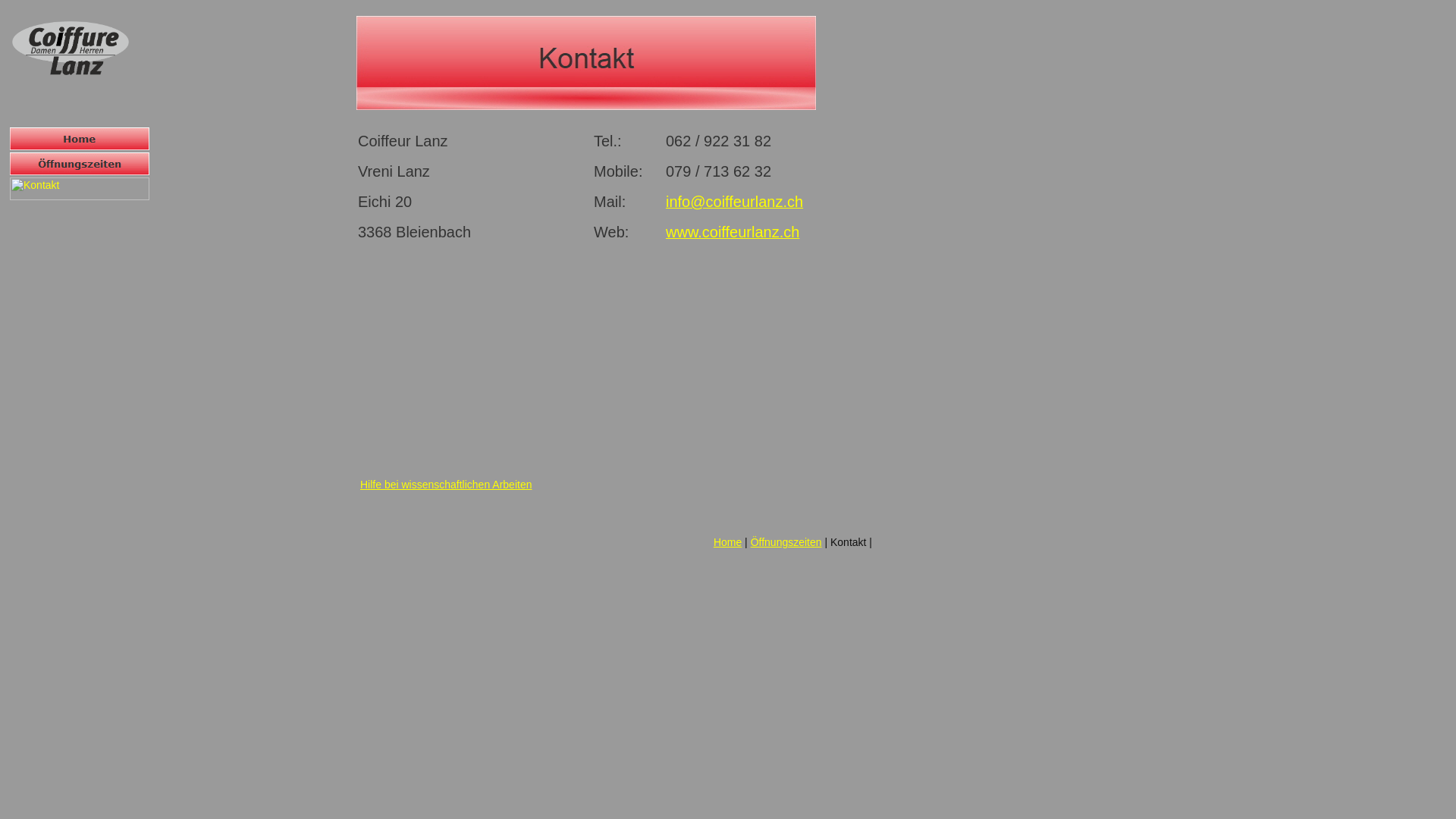 The width and height of the screenshot is (1456, 819). I want to click on 'Kontakt', so click(79, 188).